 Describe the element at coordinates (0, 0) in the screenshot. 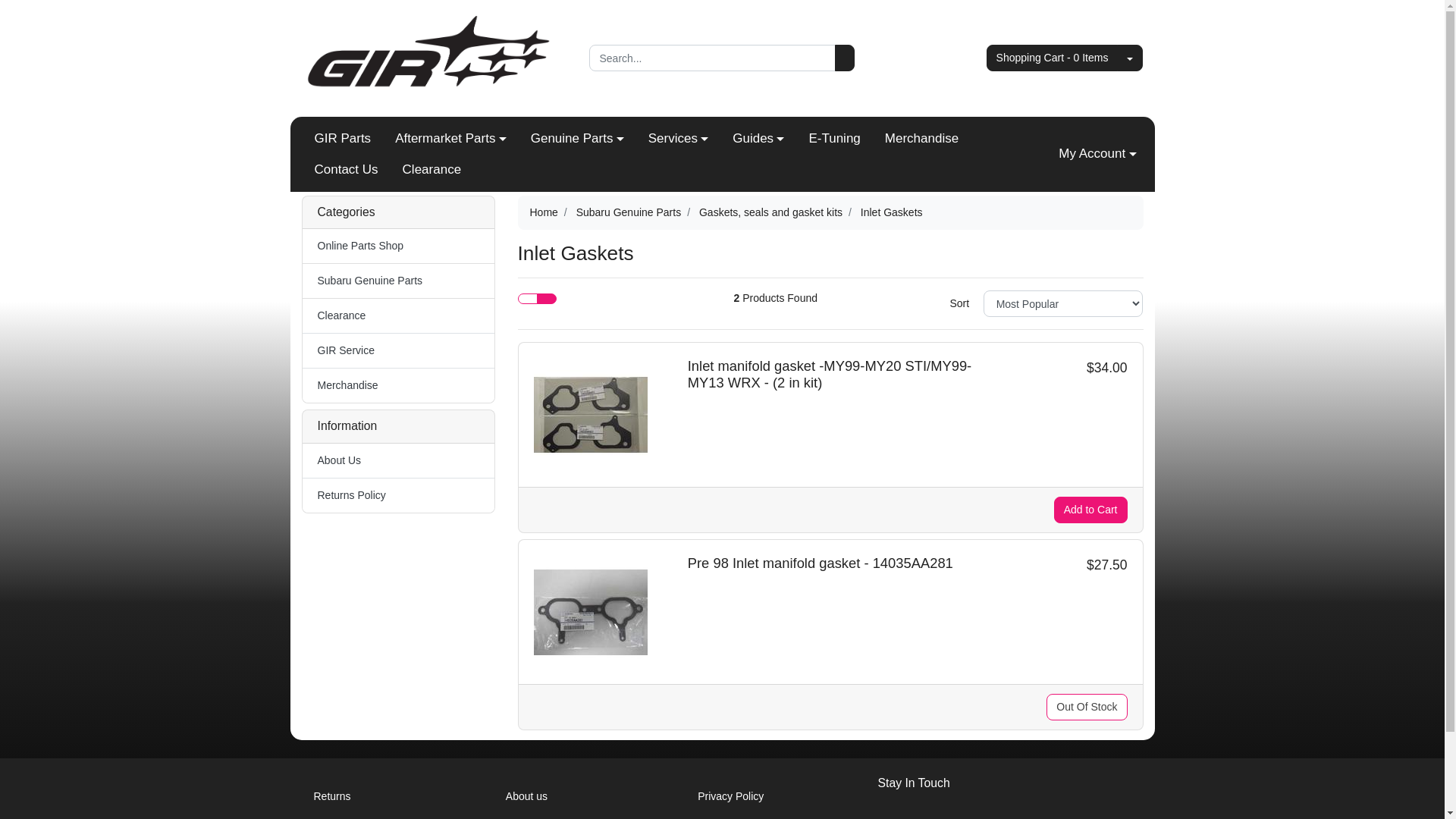

I see `'Skip to main content'` at that location.